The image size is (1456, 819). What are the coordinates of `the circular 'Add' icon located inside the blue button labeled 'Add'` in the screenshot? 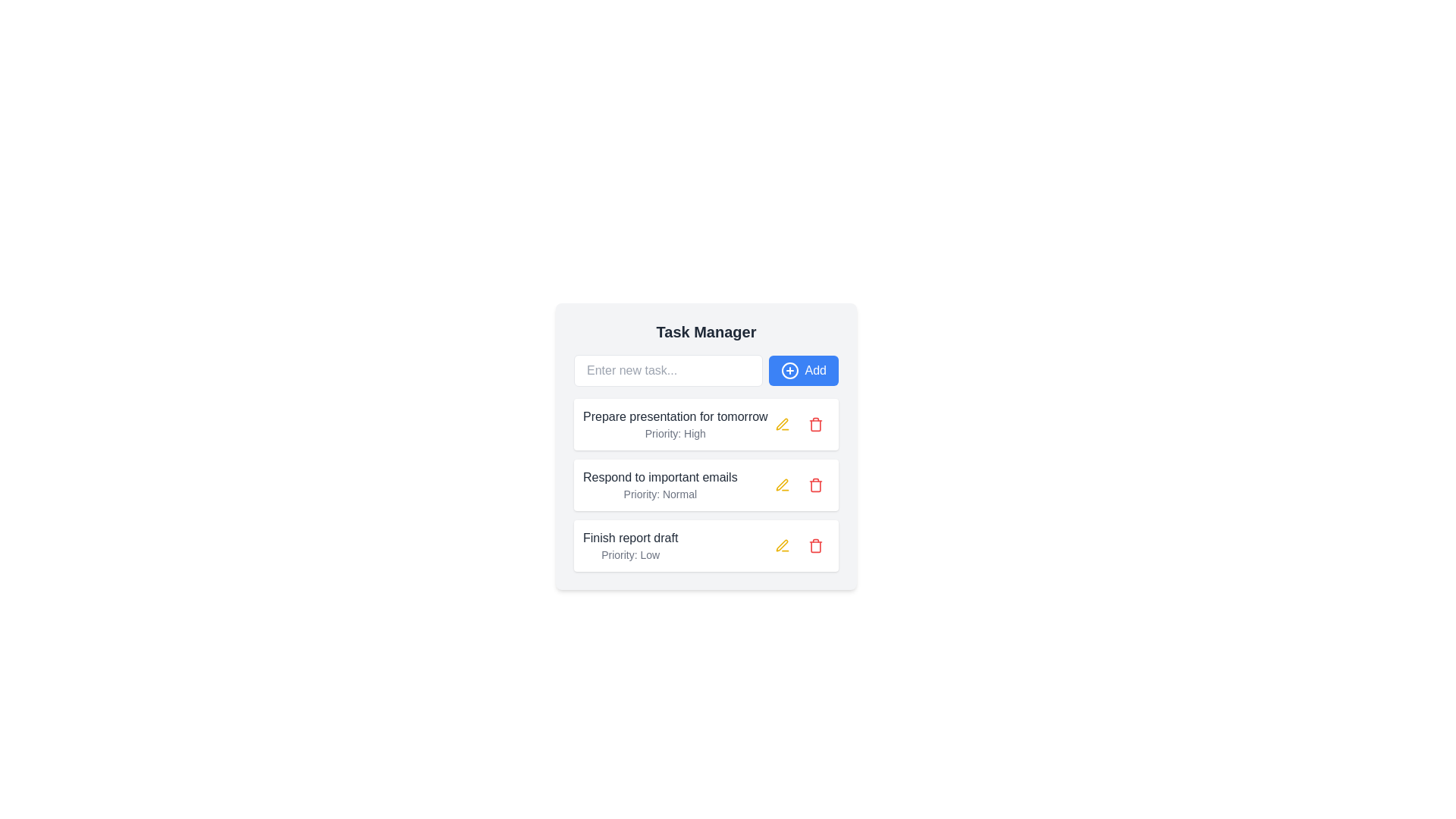 It's located at (789, 371).